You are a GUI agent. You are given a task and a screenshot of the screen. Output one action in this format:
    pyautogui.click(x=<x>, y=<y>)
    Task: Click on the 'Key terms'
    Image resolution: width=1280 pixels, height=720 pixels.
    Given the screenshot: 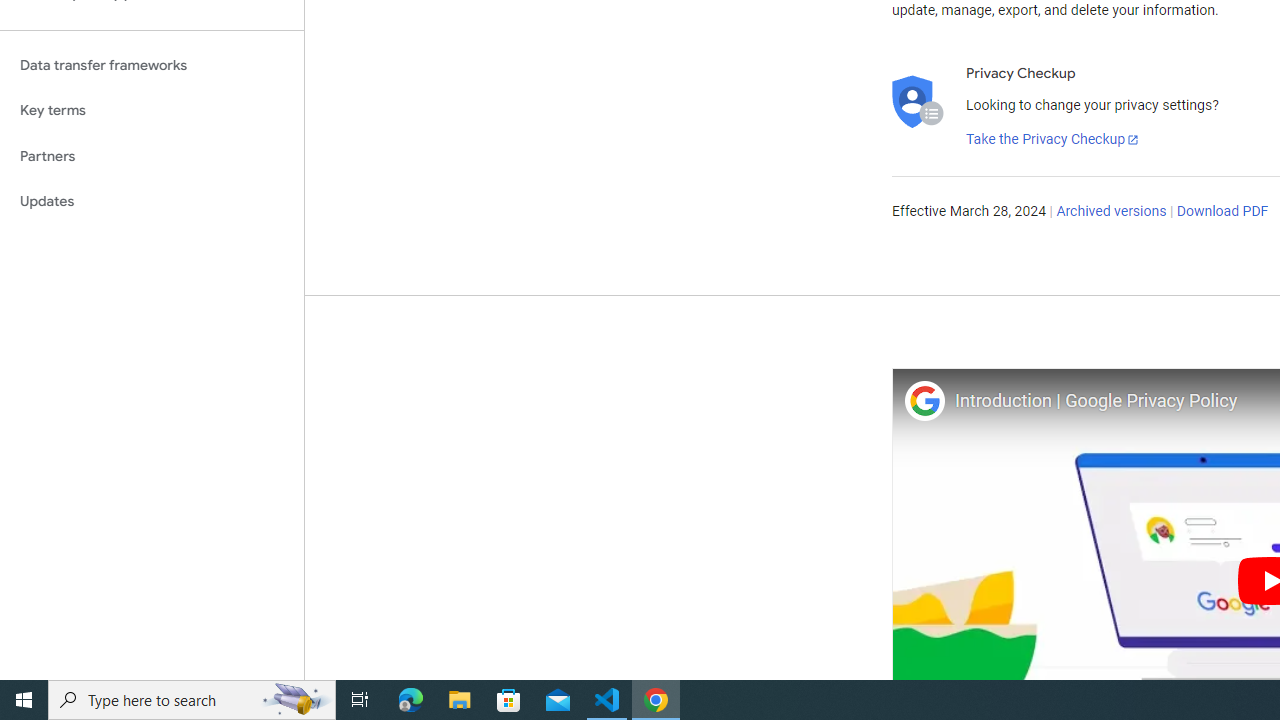 What is the action you would take?
    pyautogui.click(x=151, y=110)
    